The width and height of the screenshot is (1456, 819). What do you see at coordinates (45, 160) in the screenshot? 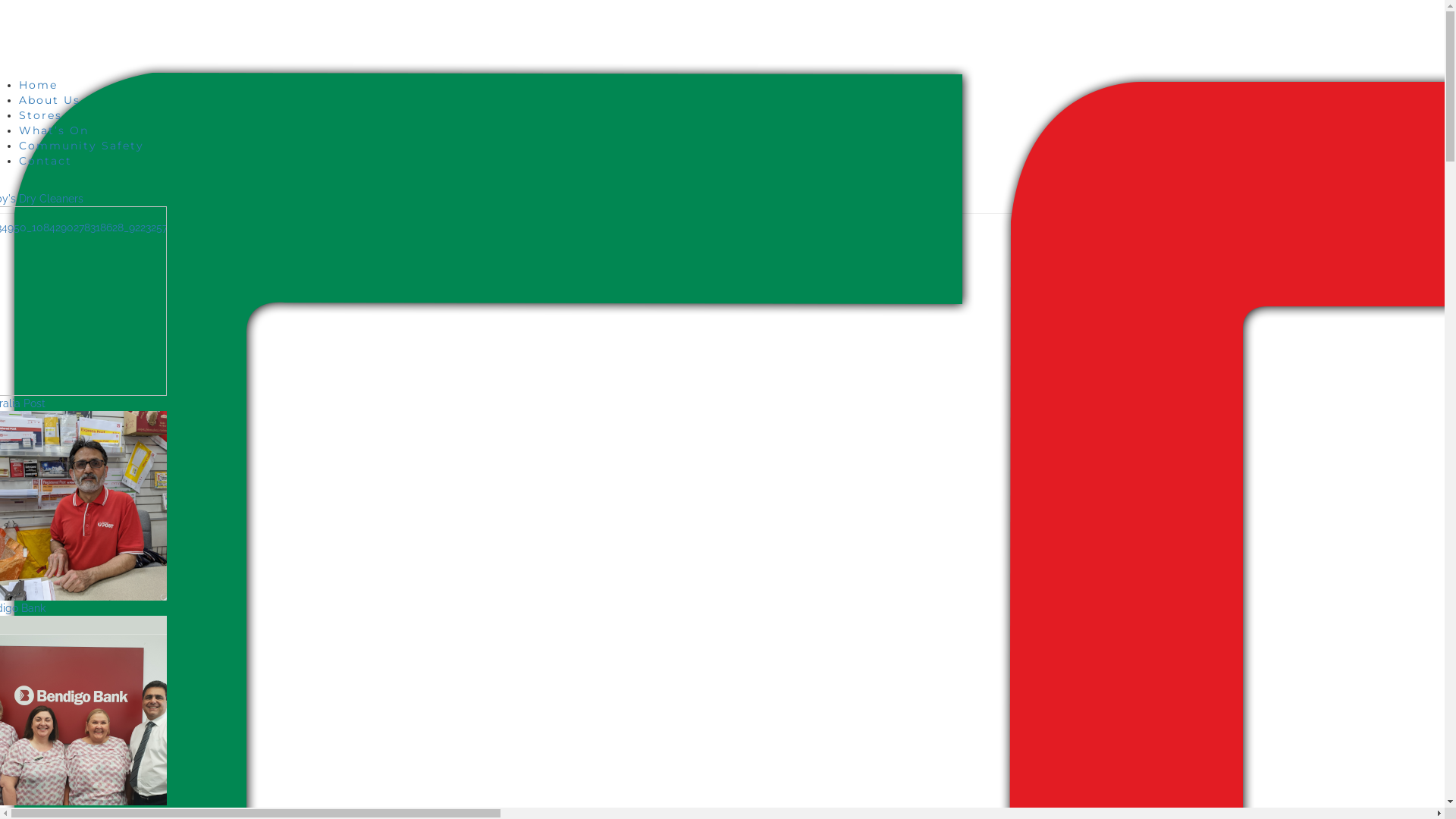
I see `'Contact'` at bounding box center [45, 160].